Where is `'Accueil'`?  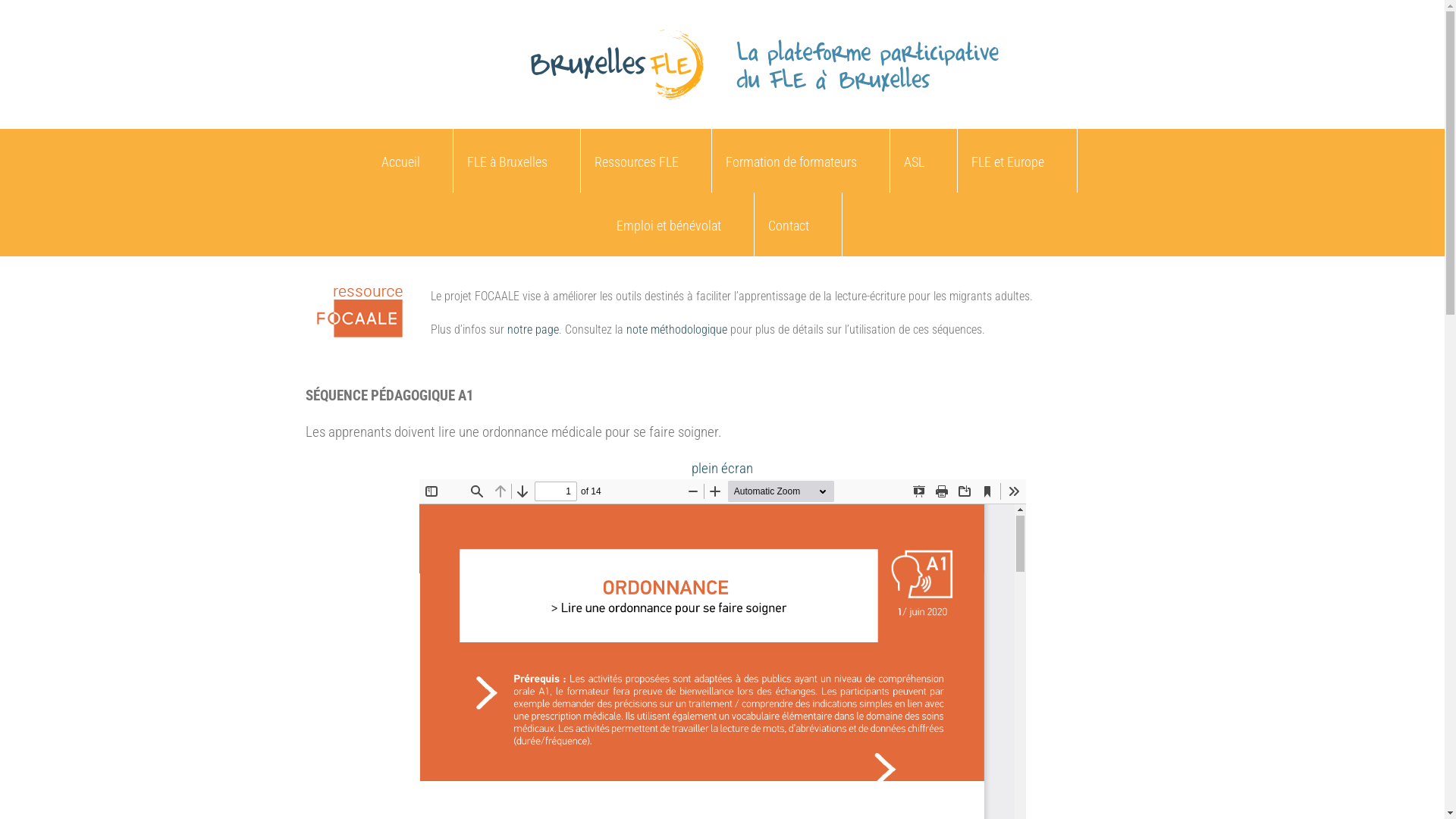 'Accueil' is located at coordinates (400, 161).